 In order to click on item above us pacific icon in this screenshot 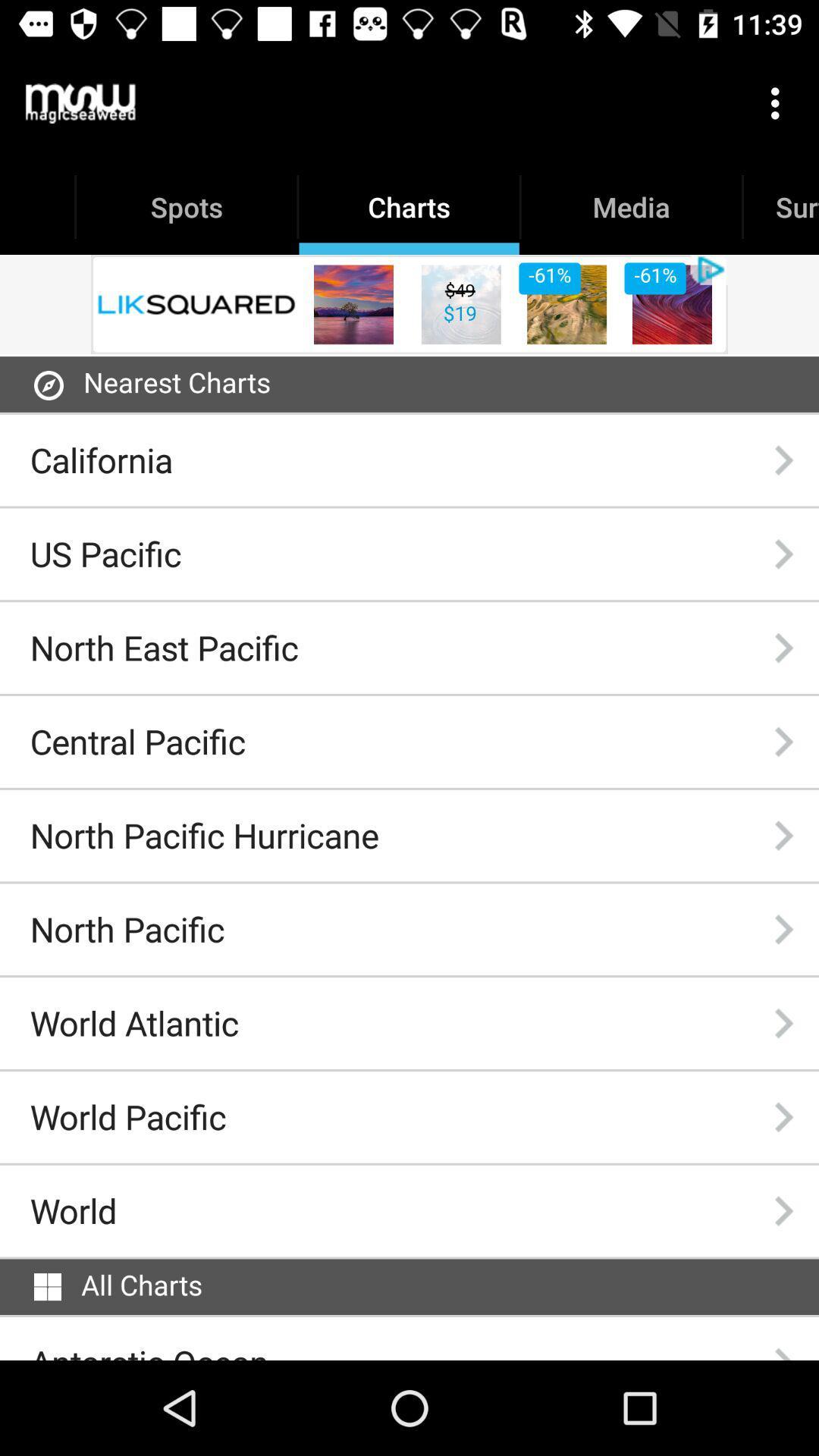, I will do `click(101, 459)`.